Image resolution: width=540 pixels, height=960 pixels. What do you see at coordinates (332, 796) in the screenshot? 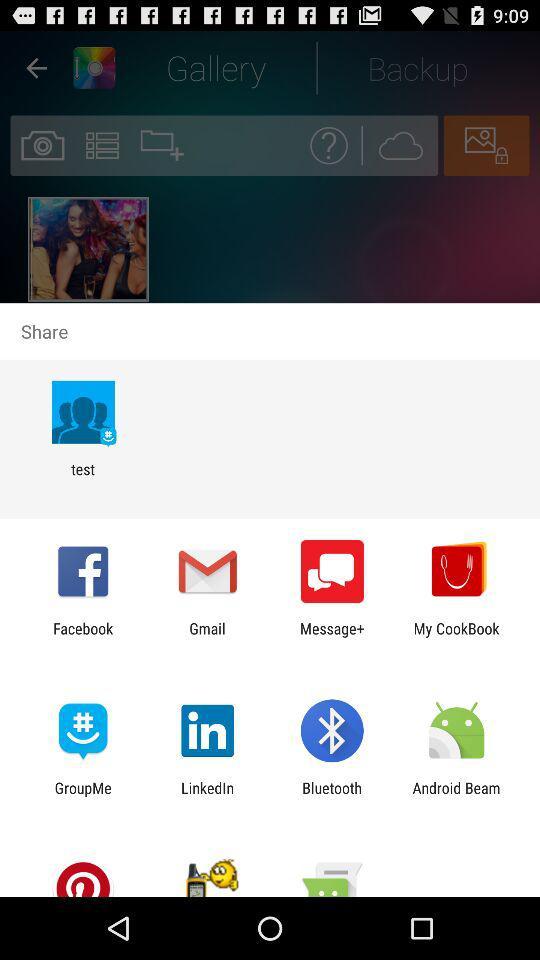
I see `the icon to the left of android beam app` at bounding box center [332, 796].